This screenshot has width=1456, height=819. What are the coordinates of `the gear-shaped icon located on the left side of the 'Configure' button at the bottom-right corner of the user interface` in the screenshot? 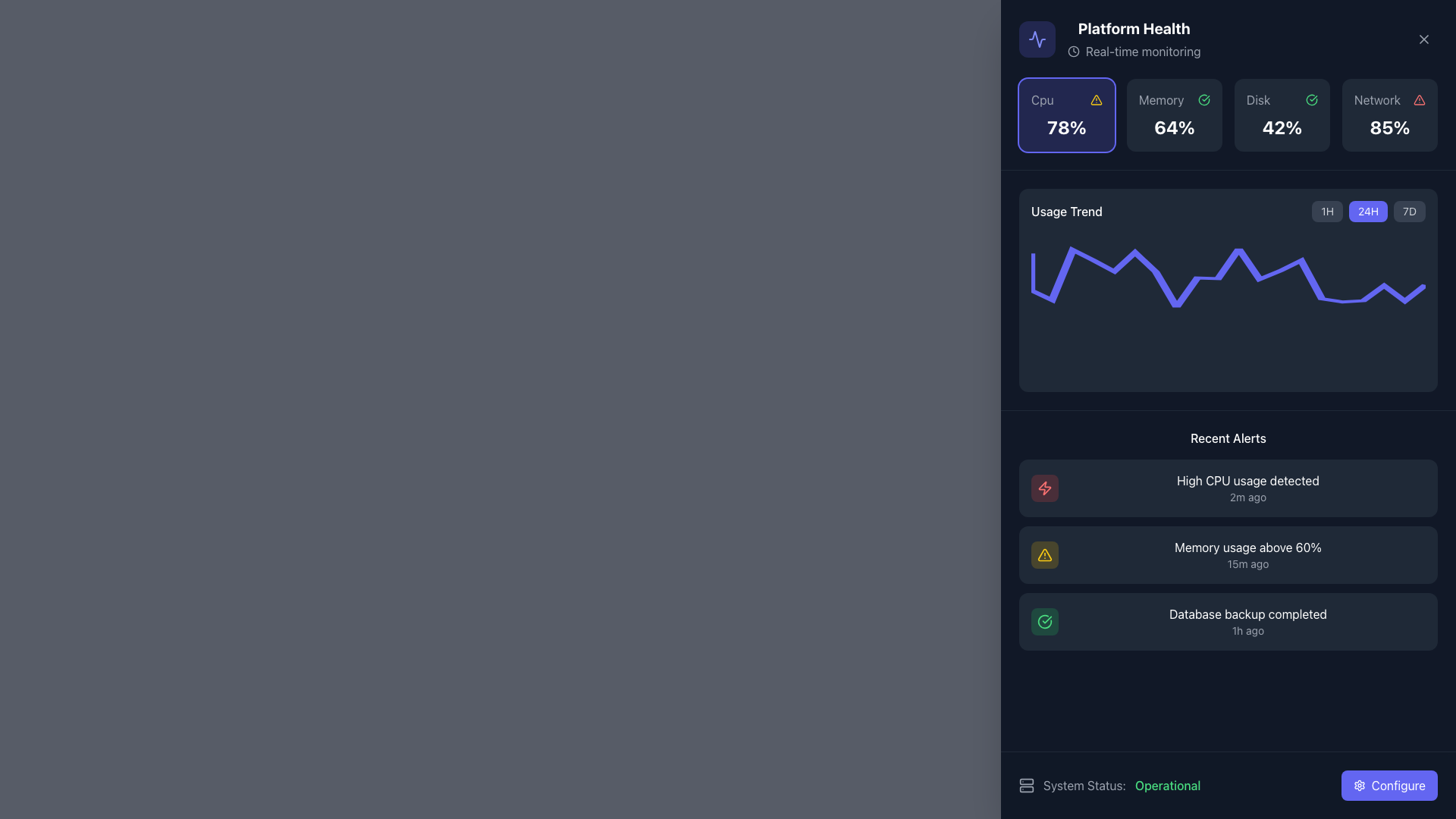 It's located at (1359, 785).